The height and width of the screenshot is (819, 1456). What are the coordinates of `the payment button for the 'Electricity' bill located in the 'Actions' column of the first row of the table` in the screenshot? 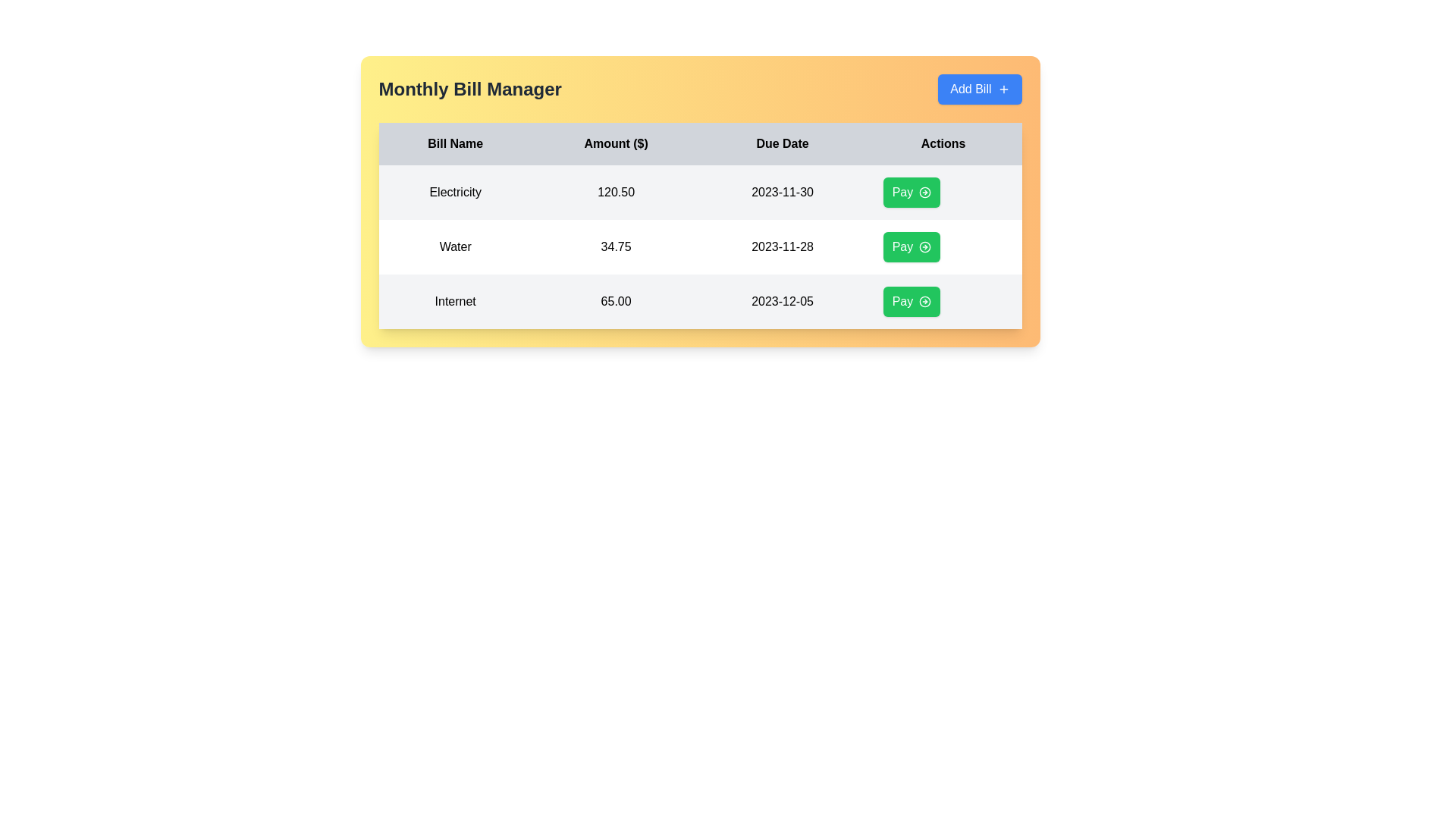 It's located at (911, 192).